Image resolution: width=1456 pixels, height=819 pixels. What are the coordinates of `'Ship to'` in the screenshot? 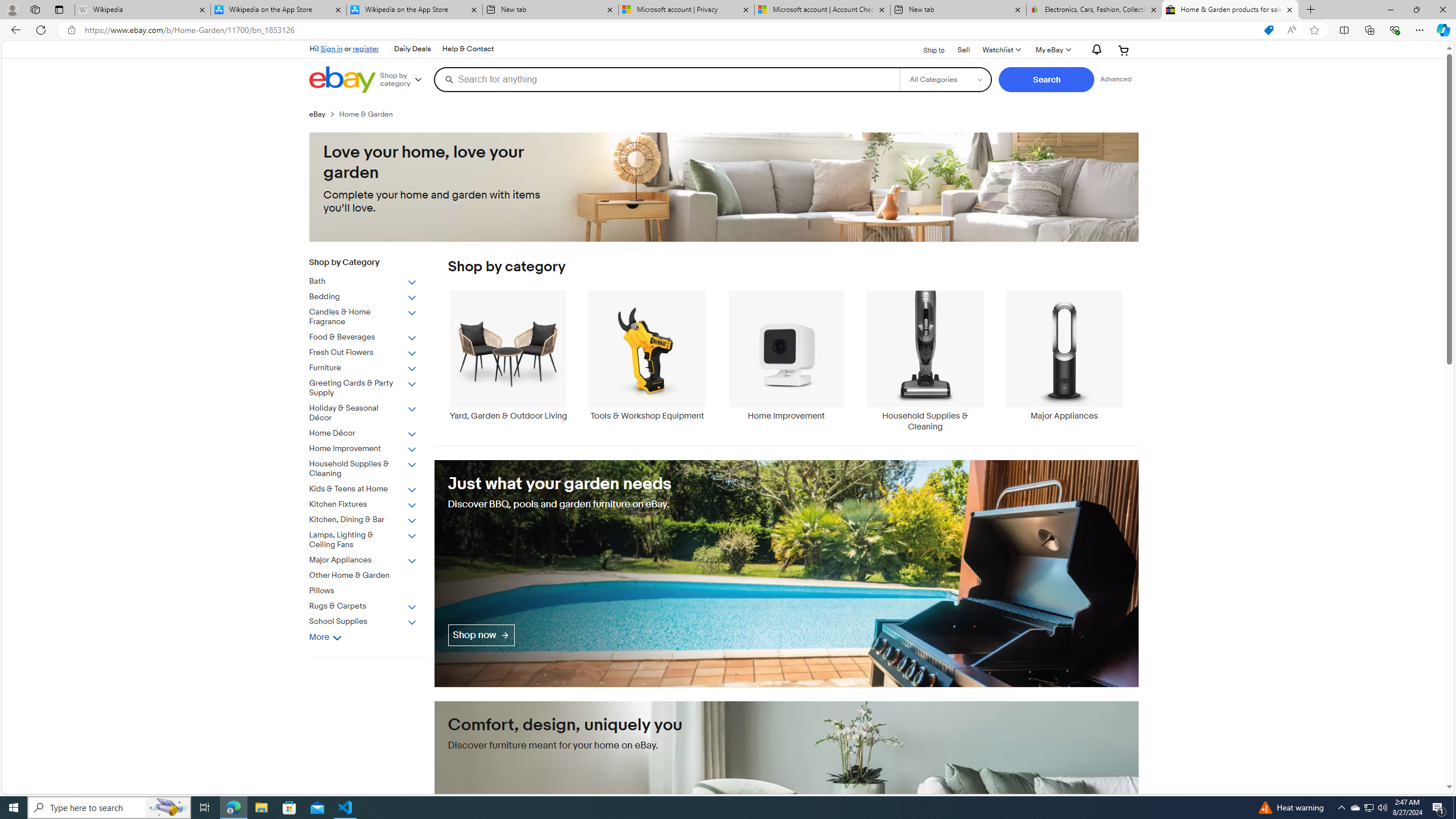 It's located at (926, 49).